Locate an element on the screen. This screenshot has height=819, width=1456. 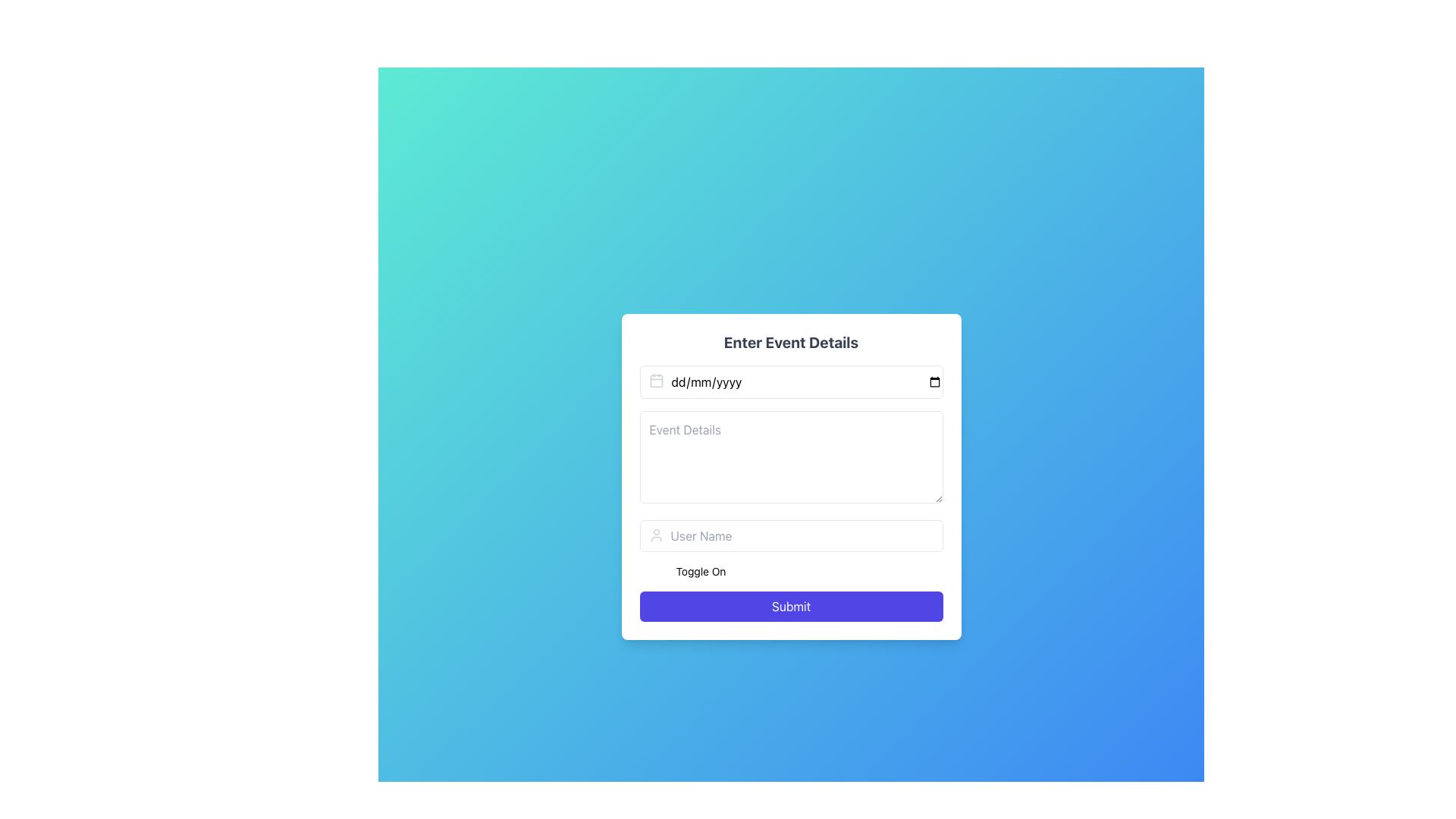
the textarea for entering event details to focus on it is located at coordinates (790, 458).